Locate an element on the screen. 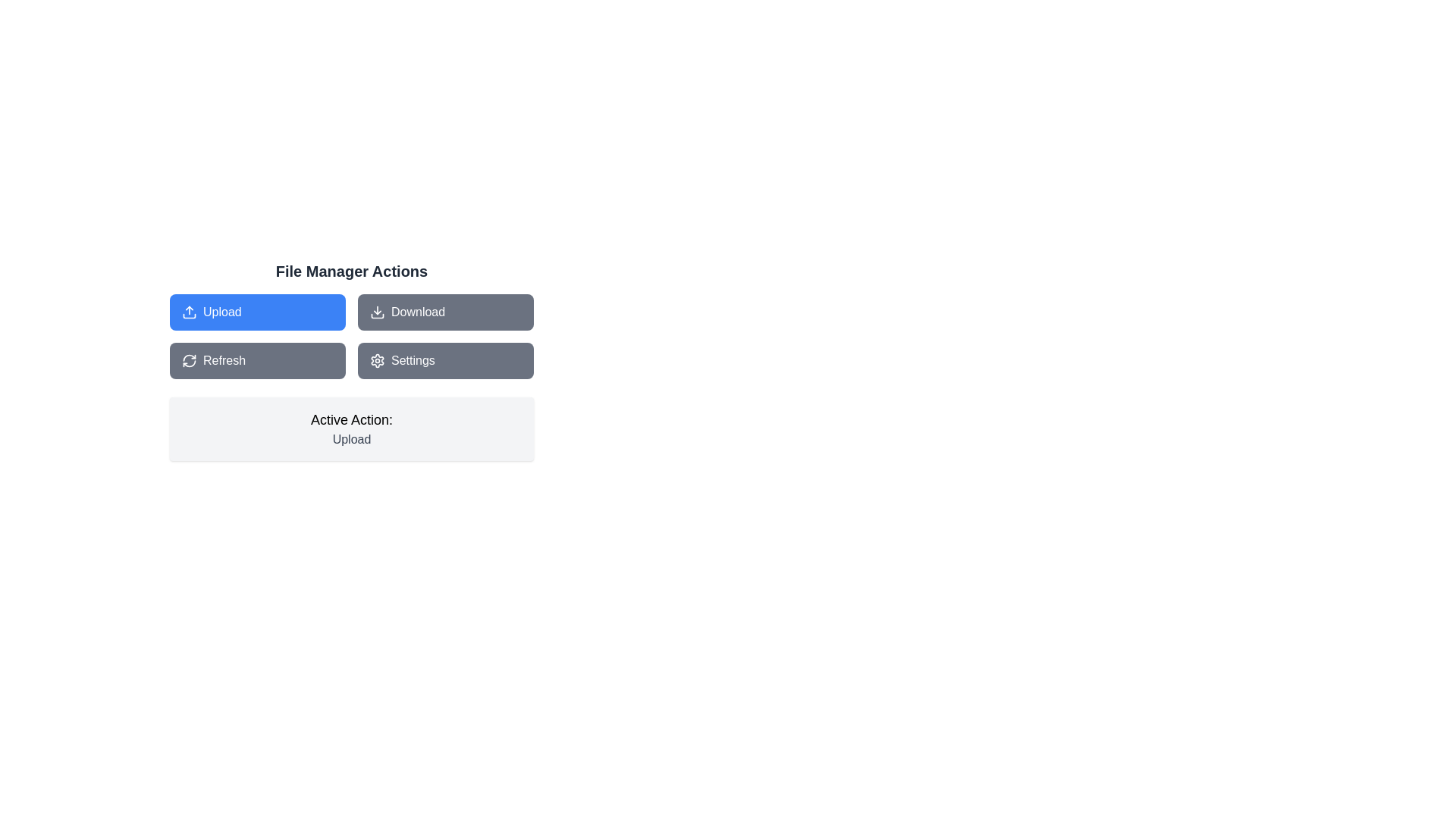  the top-left button in a grid layout that triggers an upload action is located at coordinates (258, 312).